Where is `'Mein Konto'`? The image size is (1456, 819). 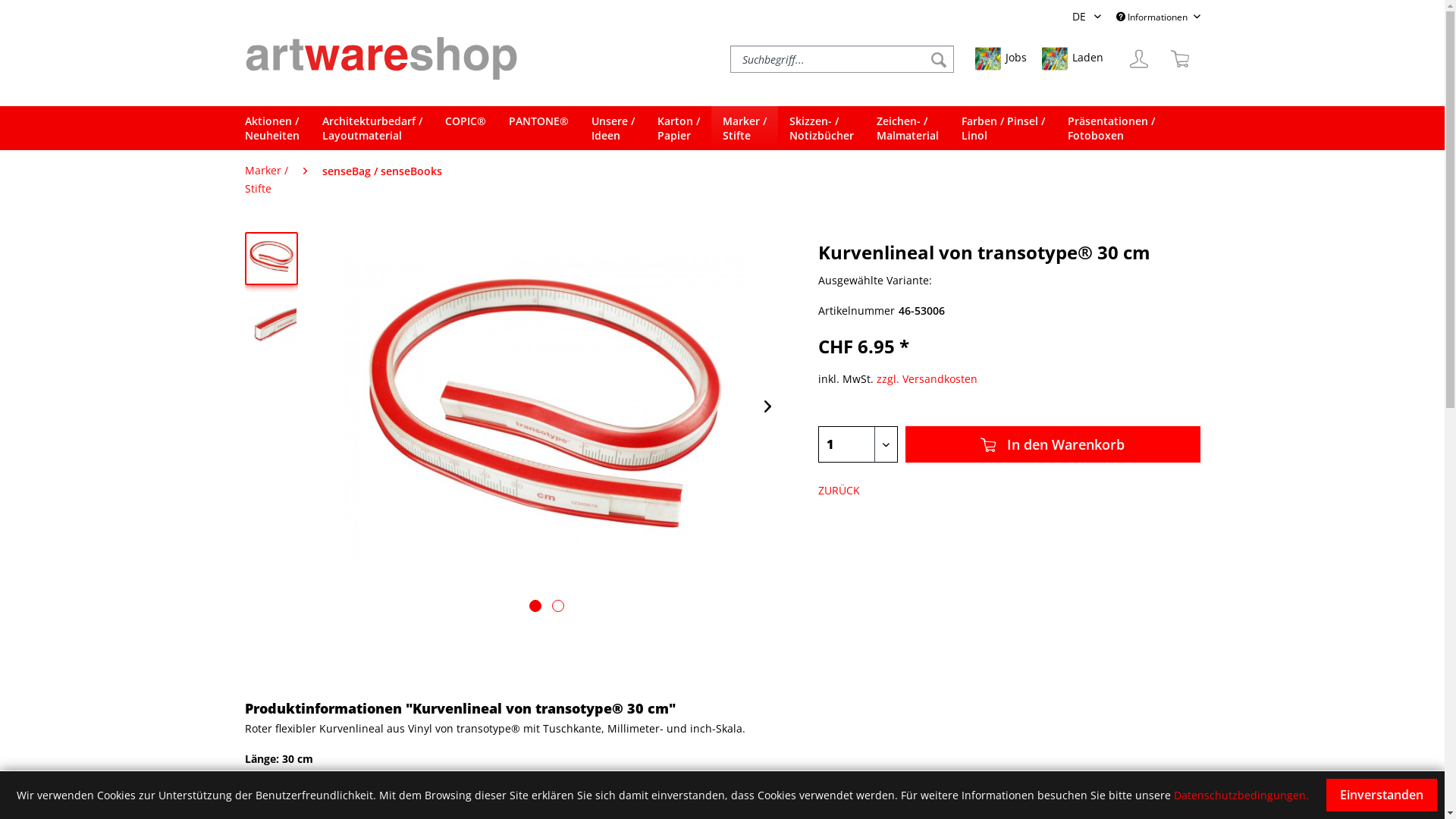
'Mein Konto' is located at coordinates (1138, 58).